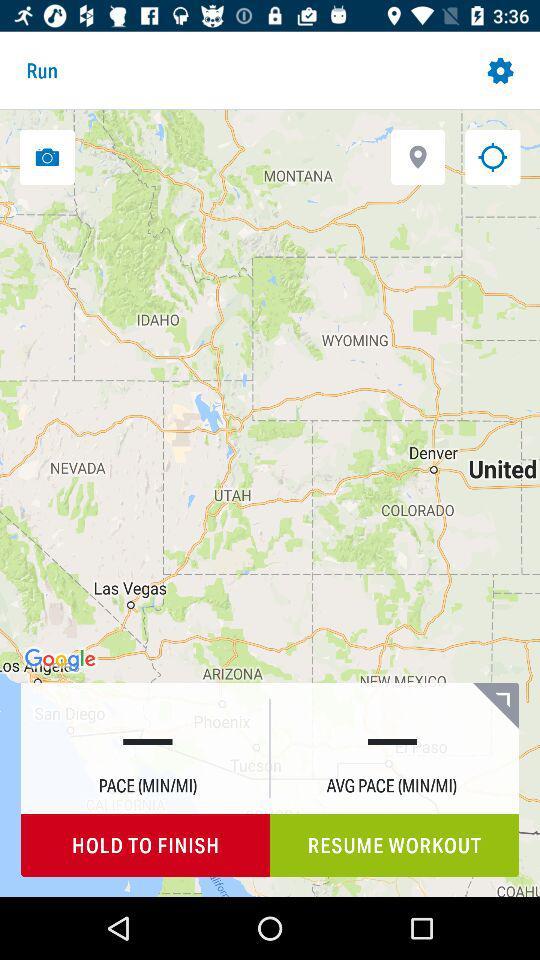 The height and width of the screenshot is (960, 540). I want to click on the icon next to hold to finish, so click(394, 844).